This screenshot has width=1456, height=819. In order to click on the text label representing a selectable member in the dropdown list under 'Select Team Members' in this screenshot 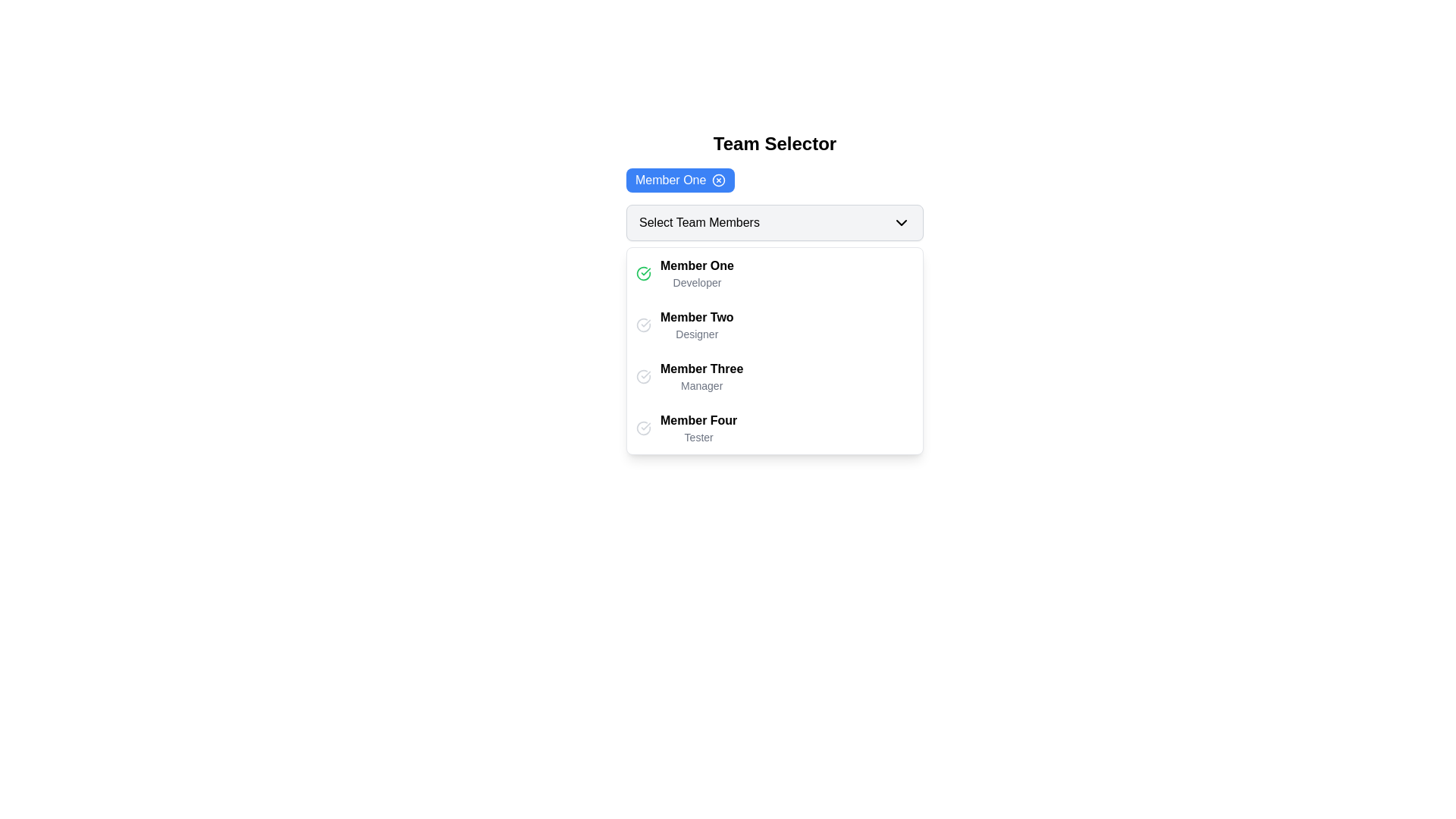, I will do `click(696, 265)`.